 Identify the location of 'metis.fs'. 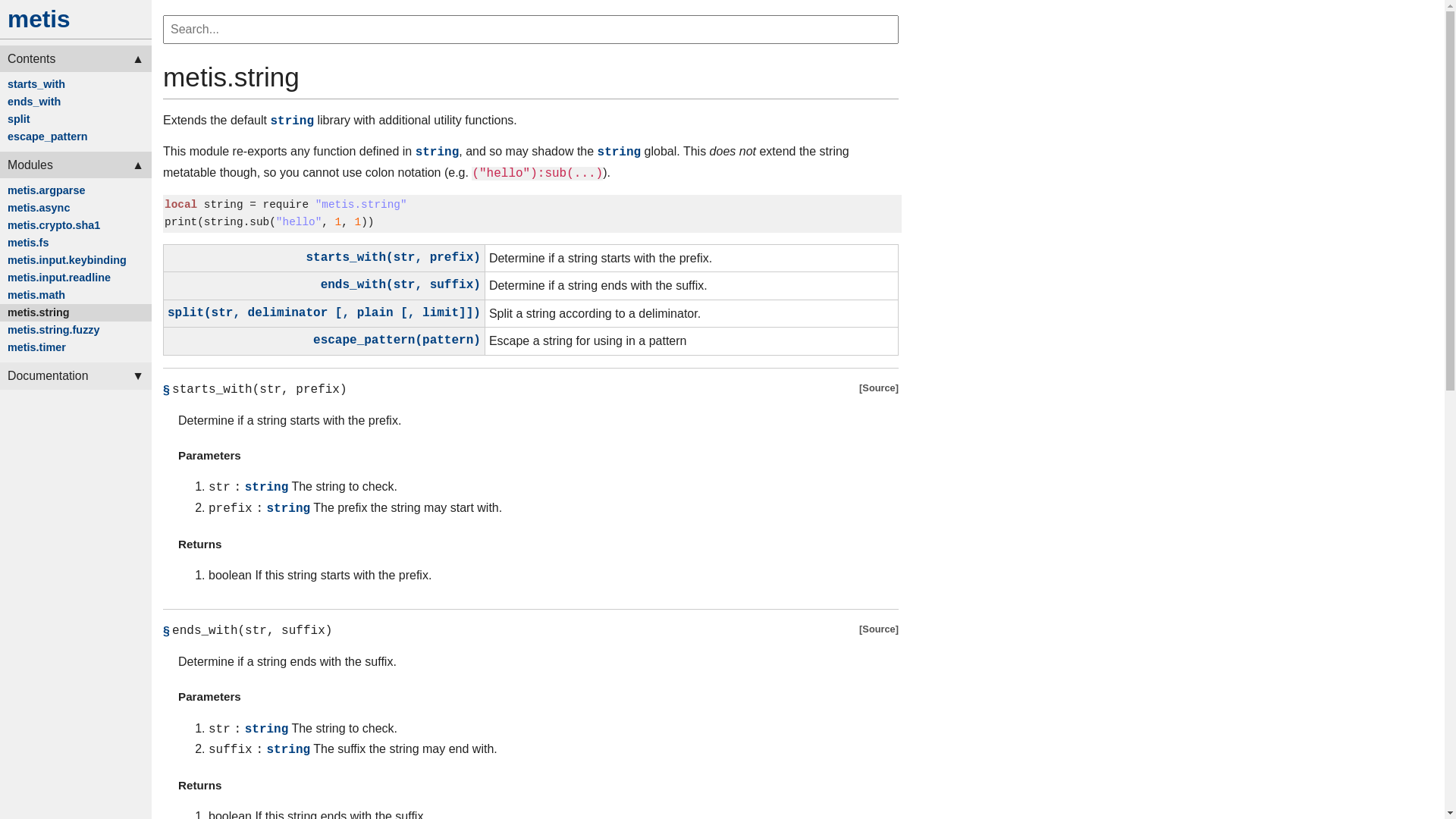
(75, 242).